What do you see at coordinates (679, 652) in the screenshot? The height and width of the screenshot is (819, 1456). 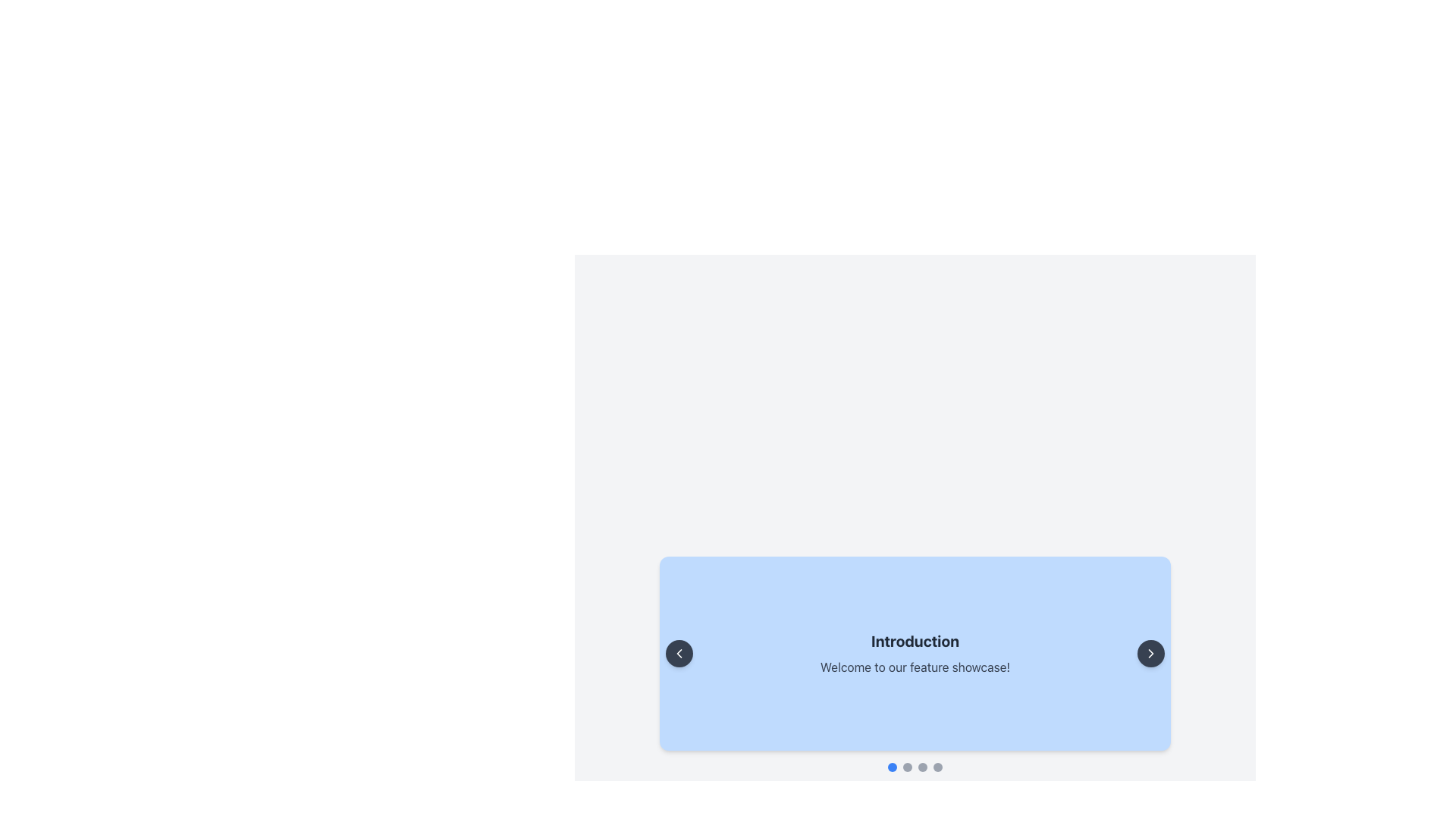 I see `the leftward chevron icon, which is located within a circular dark gray button` at bounding box center [679, 652].